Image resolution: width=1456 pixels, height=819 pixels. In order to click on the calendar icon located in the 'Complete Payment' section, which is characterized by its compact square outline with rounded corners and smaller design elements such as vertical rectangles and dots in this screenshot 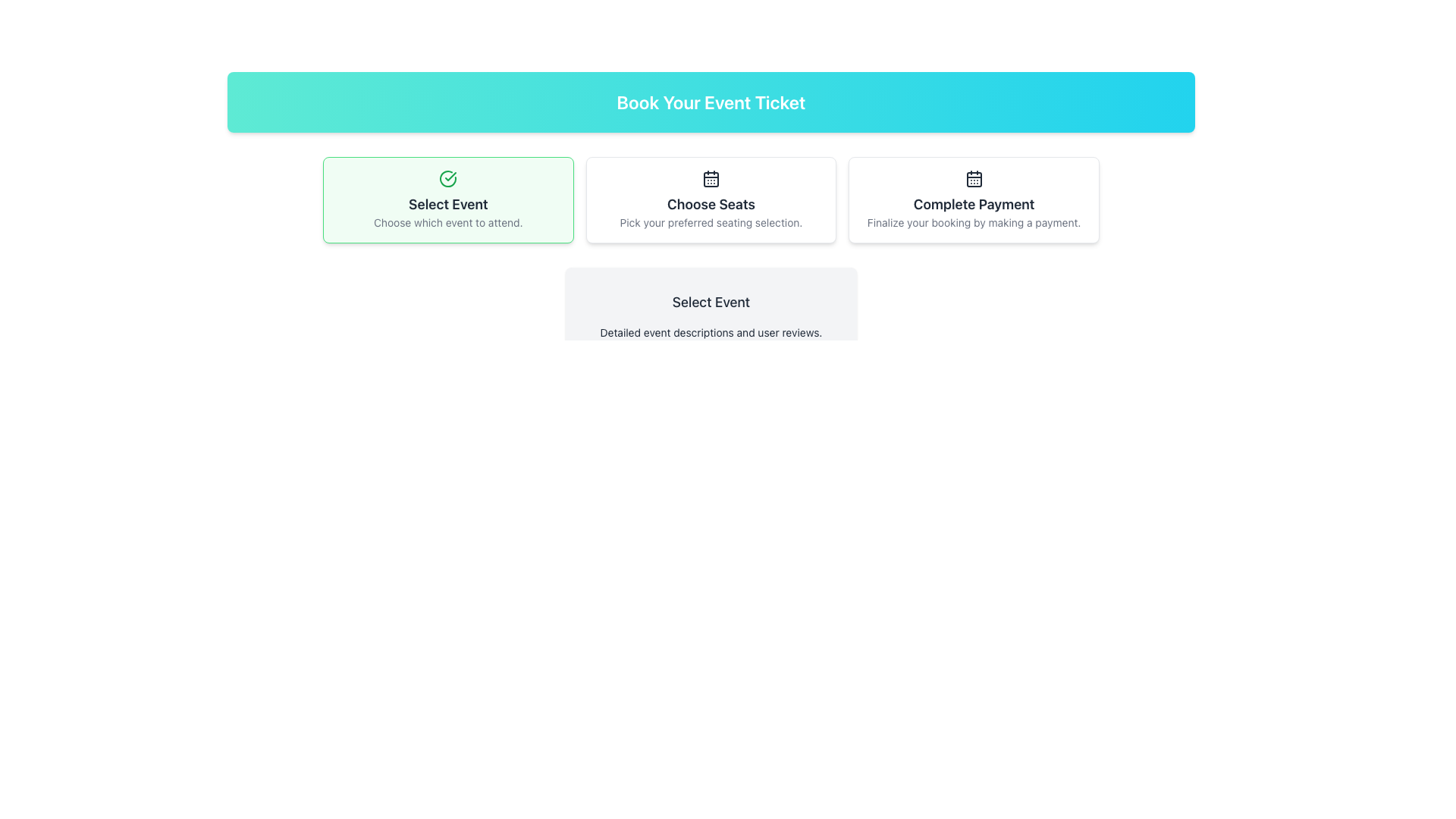, I will do `click(974, 177)`.